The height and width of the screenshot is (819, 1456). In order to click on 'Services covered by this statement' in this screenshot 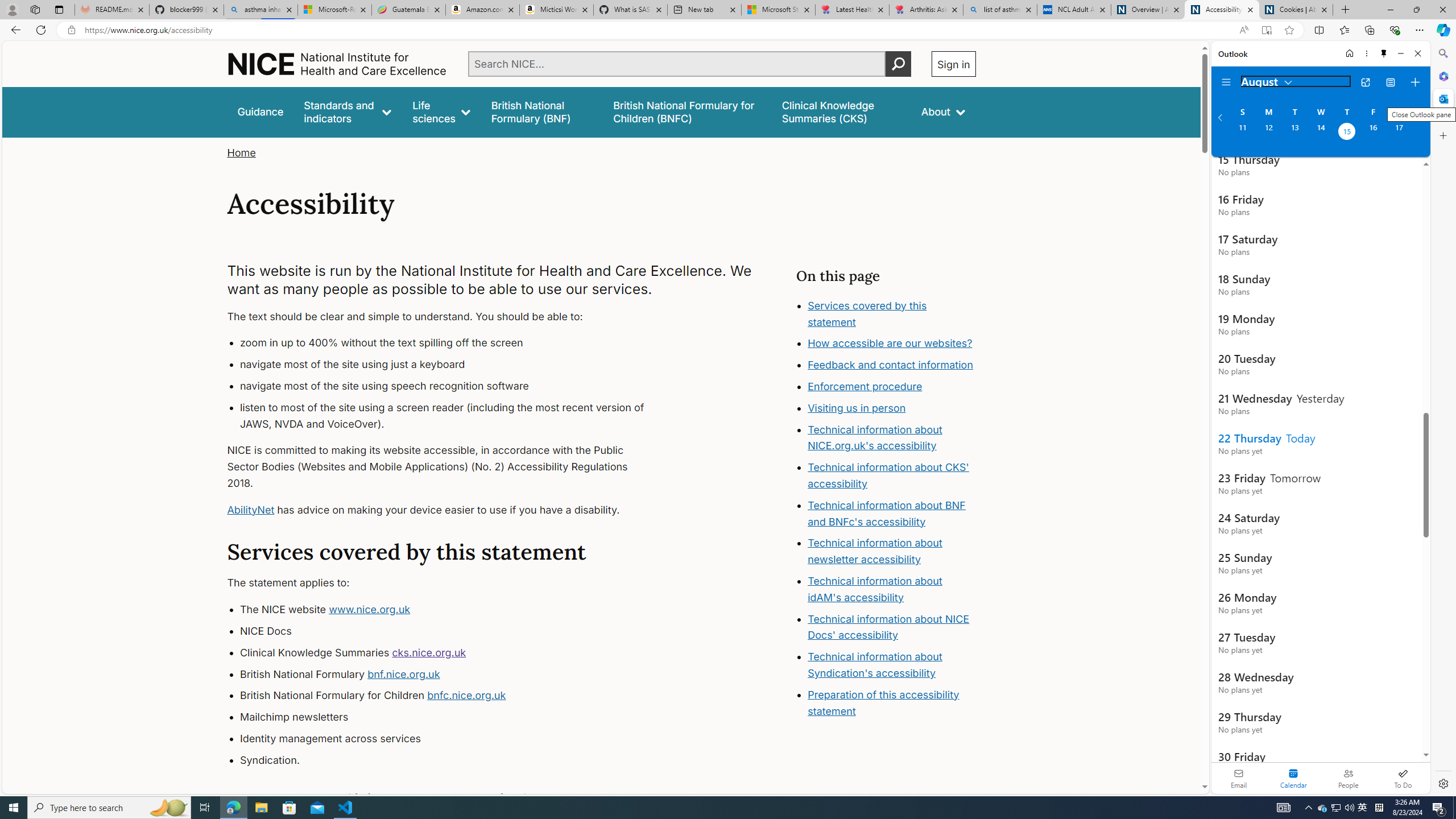, I will do `click(867, 313)`.